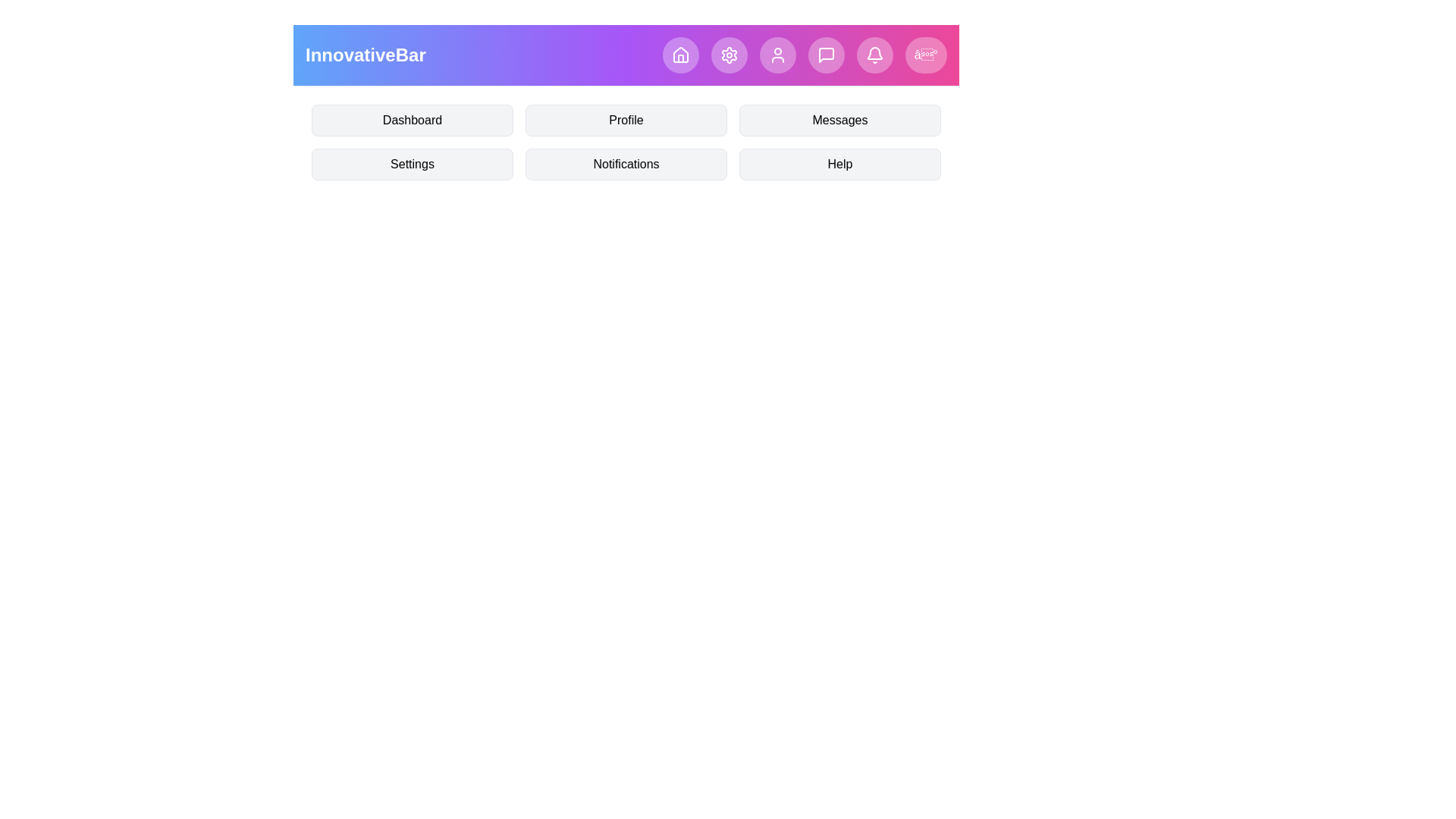 The height and width of the screenshot is (819, 1456). Describe the element at coordinates (729, 55) in the screenshot. I see `the navigation icon corresponding to Settings` at that location.